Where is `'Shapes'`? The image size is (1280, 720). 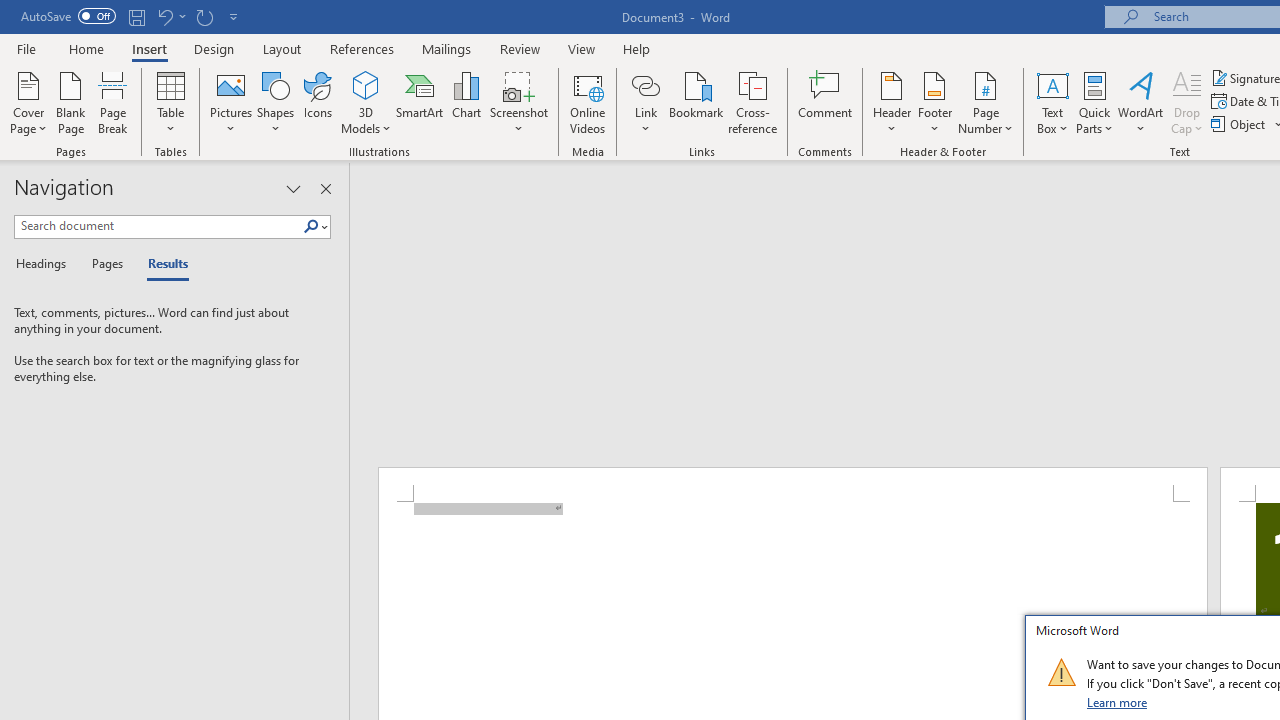
'Shapes' is located at coordinates (274, 103).